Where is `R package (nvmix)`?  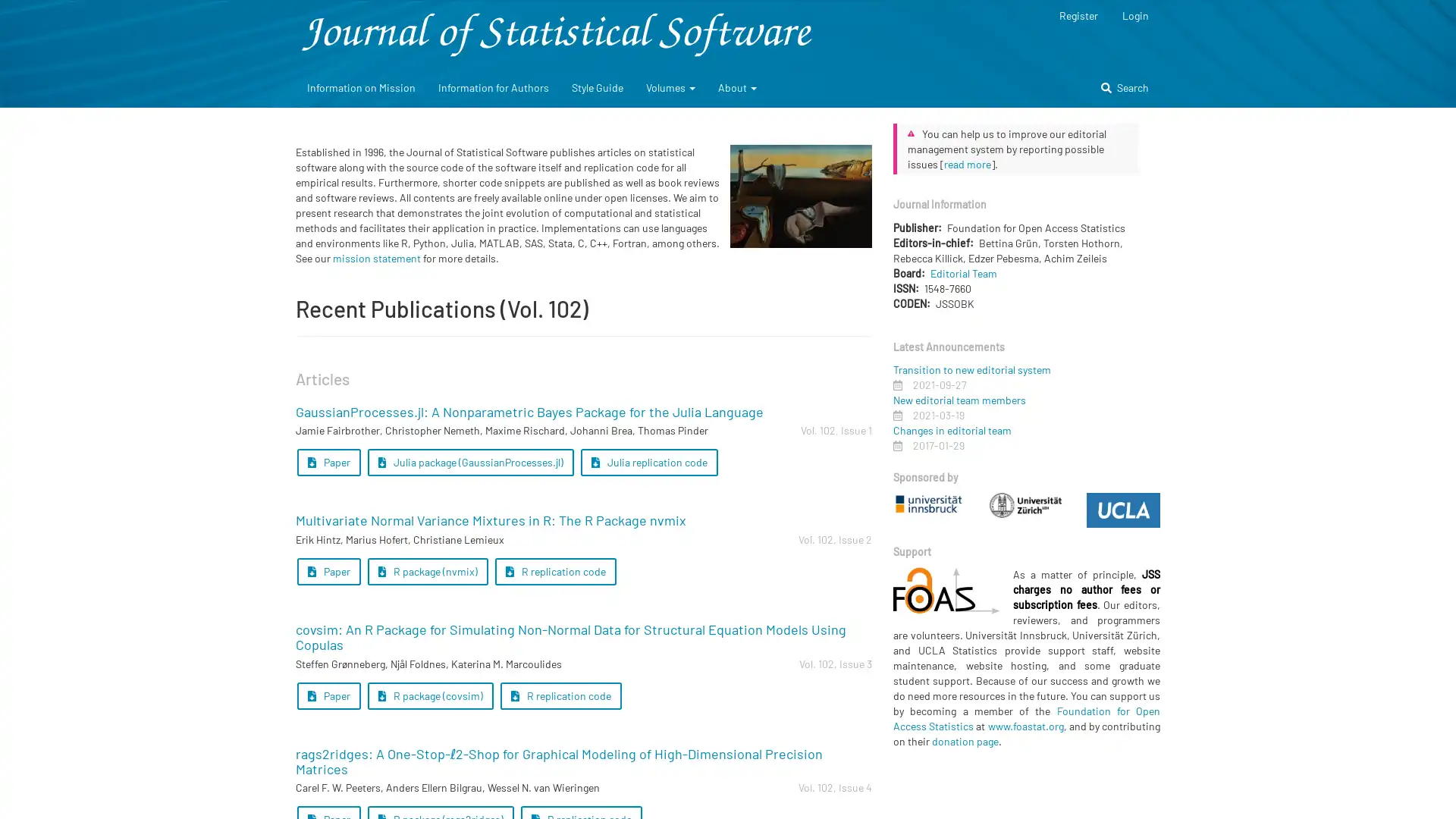
R package (nvmix) is located at coordinates (426, 571).